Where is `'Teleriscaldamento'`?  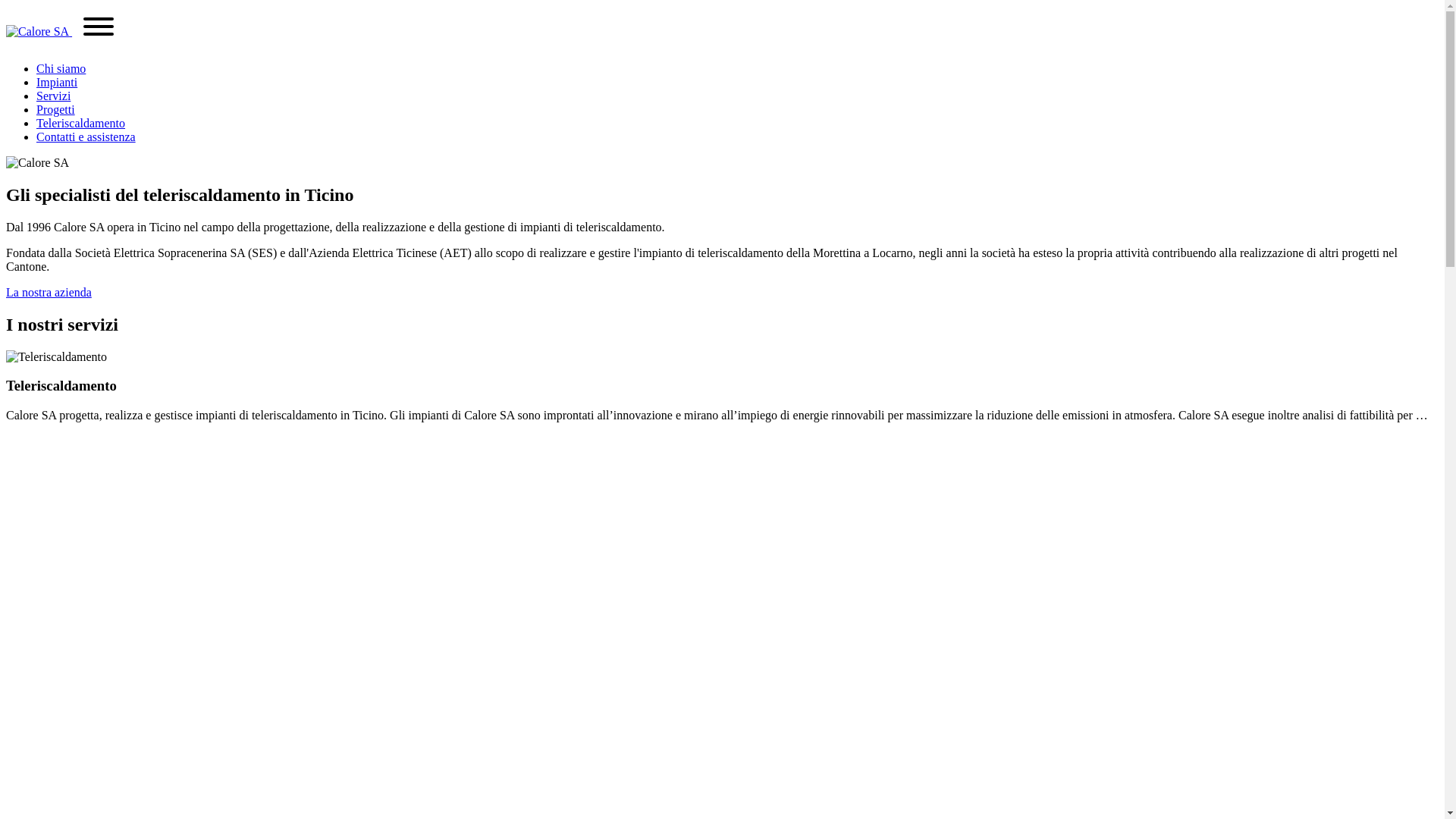
'Teleriscaldamento' is located at coordinates (80, 122).